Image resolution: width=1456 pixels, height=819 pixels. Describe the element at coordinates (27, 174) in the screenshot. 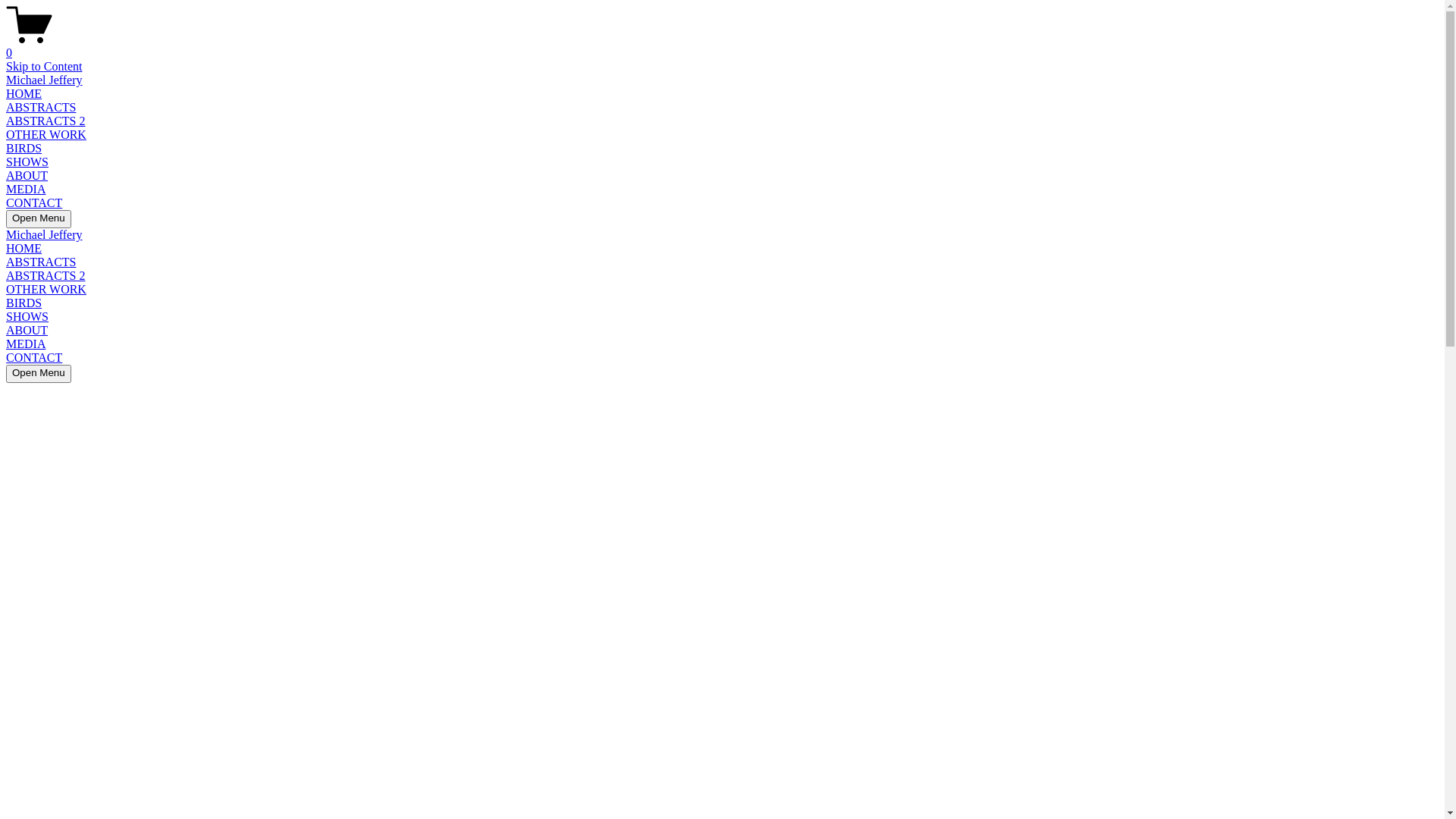

I see `'ABOUT'` at that location.